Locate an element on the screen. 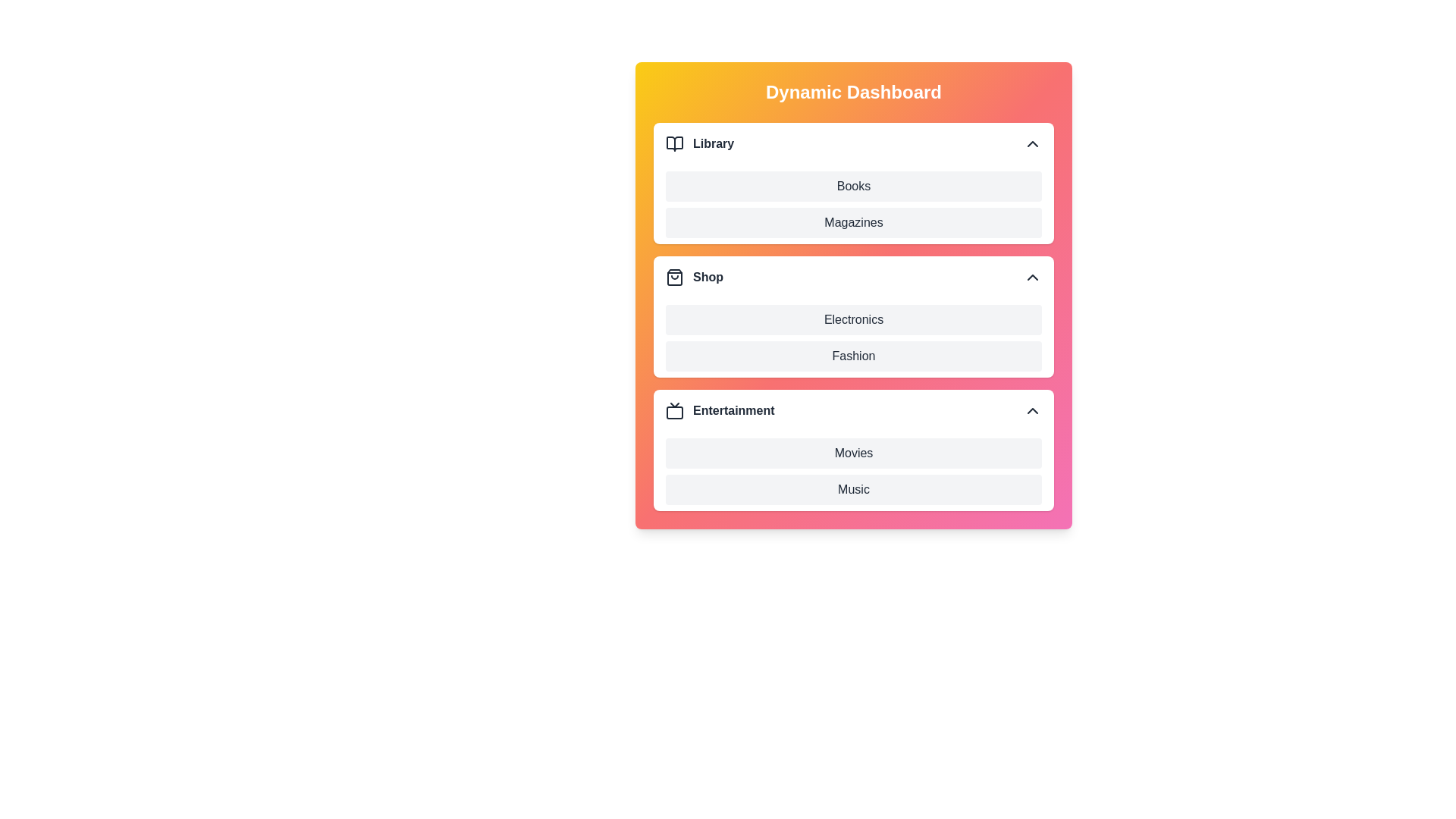 This screenshot has height=819, width=1456. the item Fashion in the section Shop is located at coordinates (666, 356).